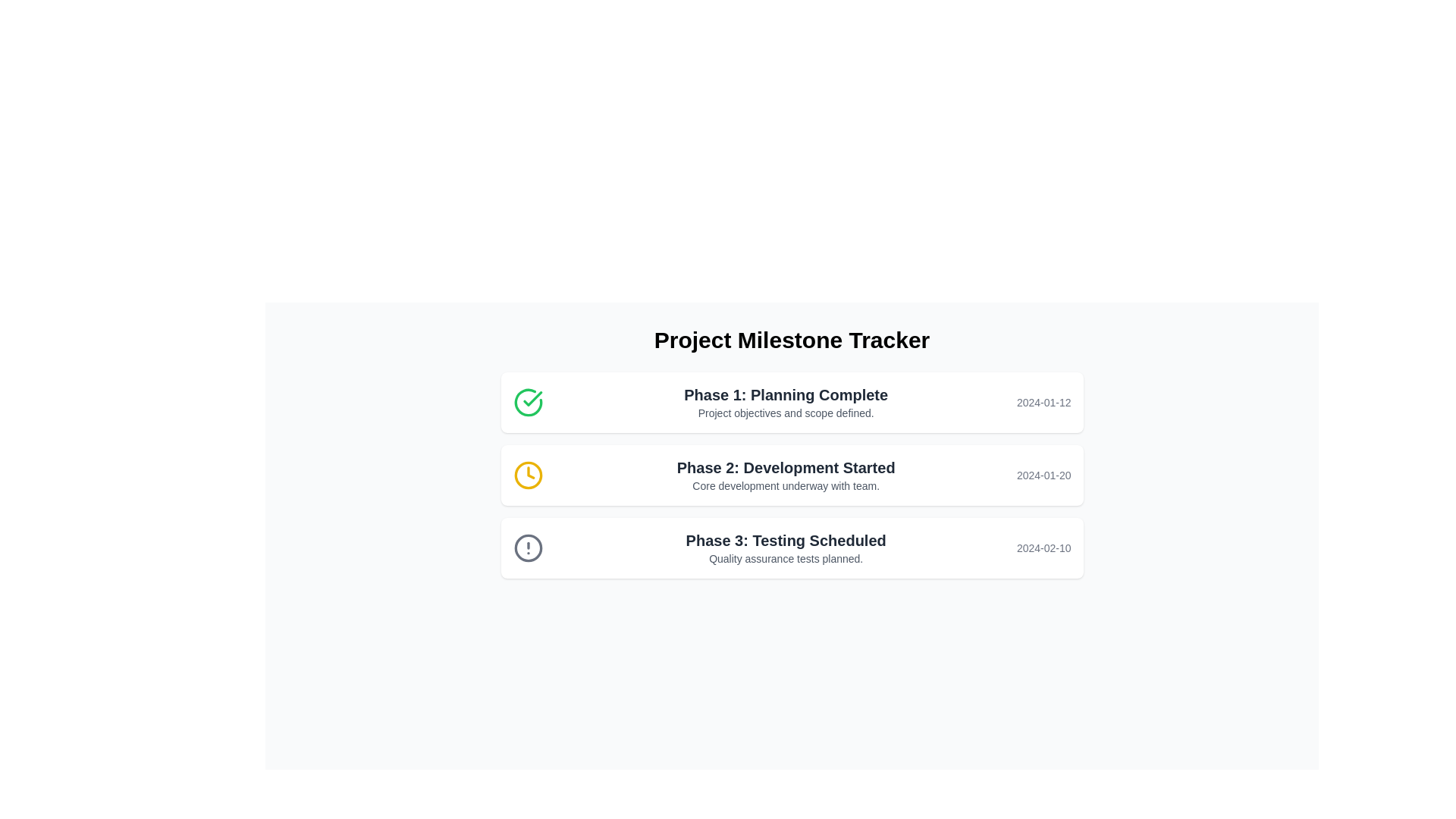  I want to click on the informational panel titled 'Phase 3: Testing Scheduled' to select the text within the card, so click(791, 548).